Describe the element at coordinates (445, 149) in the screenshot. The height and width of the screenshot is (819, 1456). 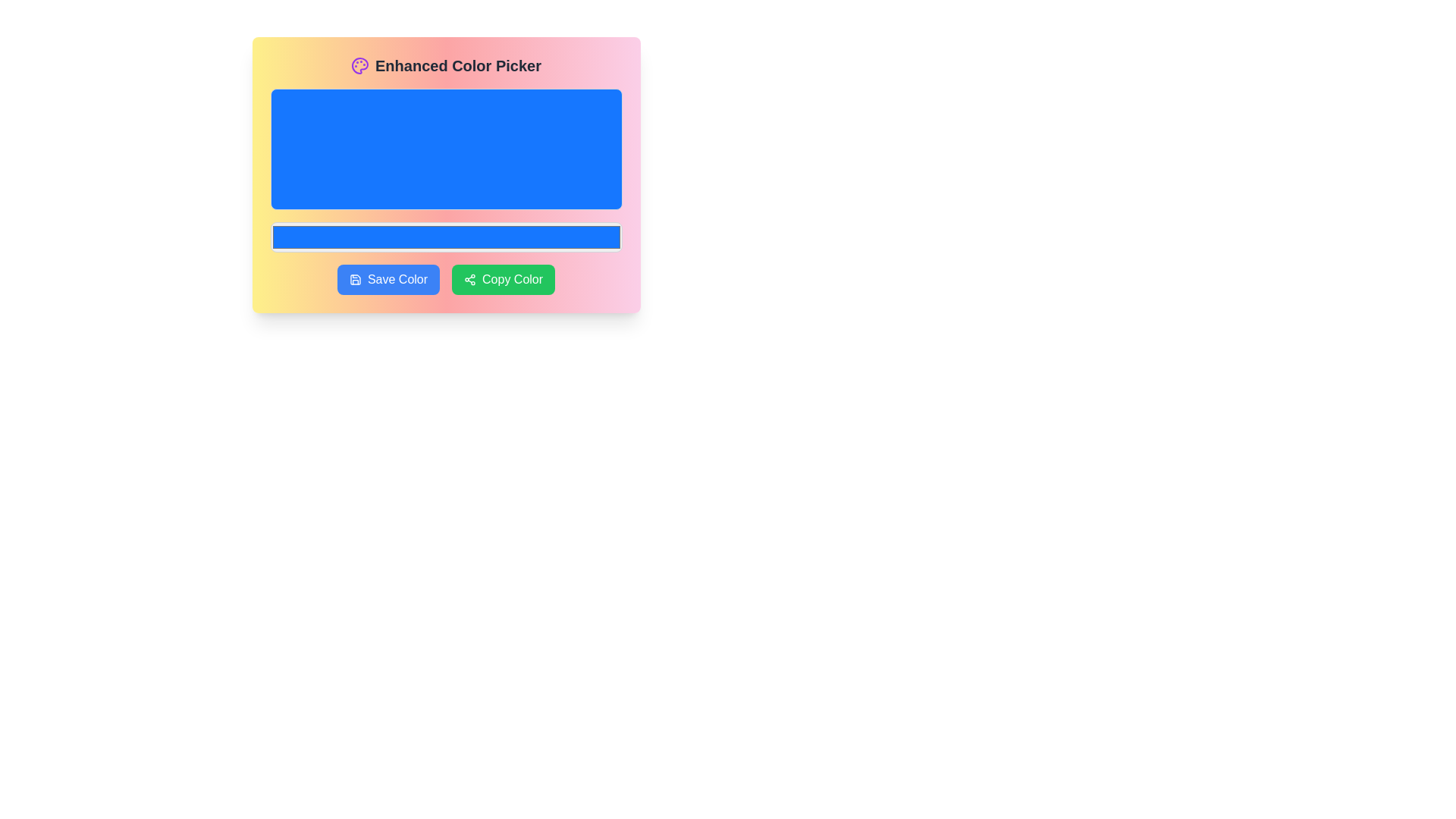
I see `the rectangular Display area with rounded corners and a solid blue fill located in the central part of the 'Enhanced Color Picker' section` at that location.